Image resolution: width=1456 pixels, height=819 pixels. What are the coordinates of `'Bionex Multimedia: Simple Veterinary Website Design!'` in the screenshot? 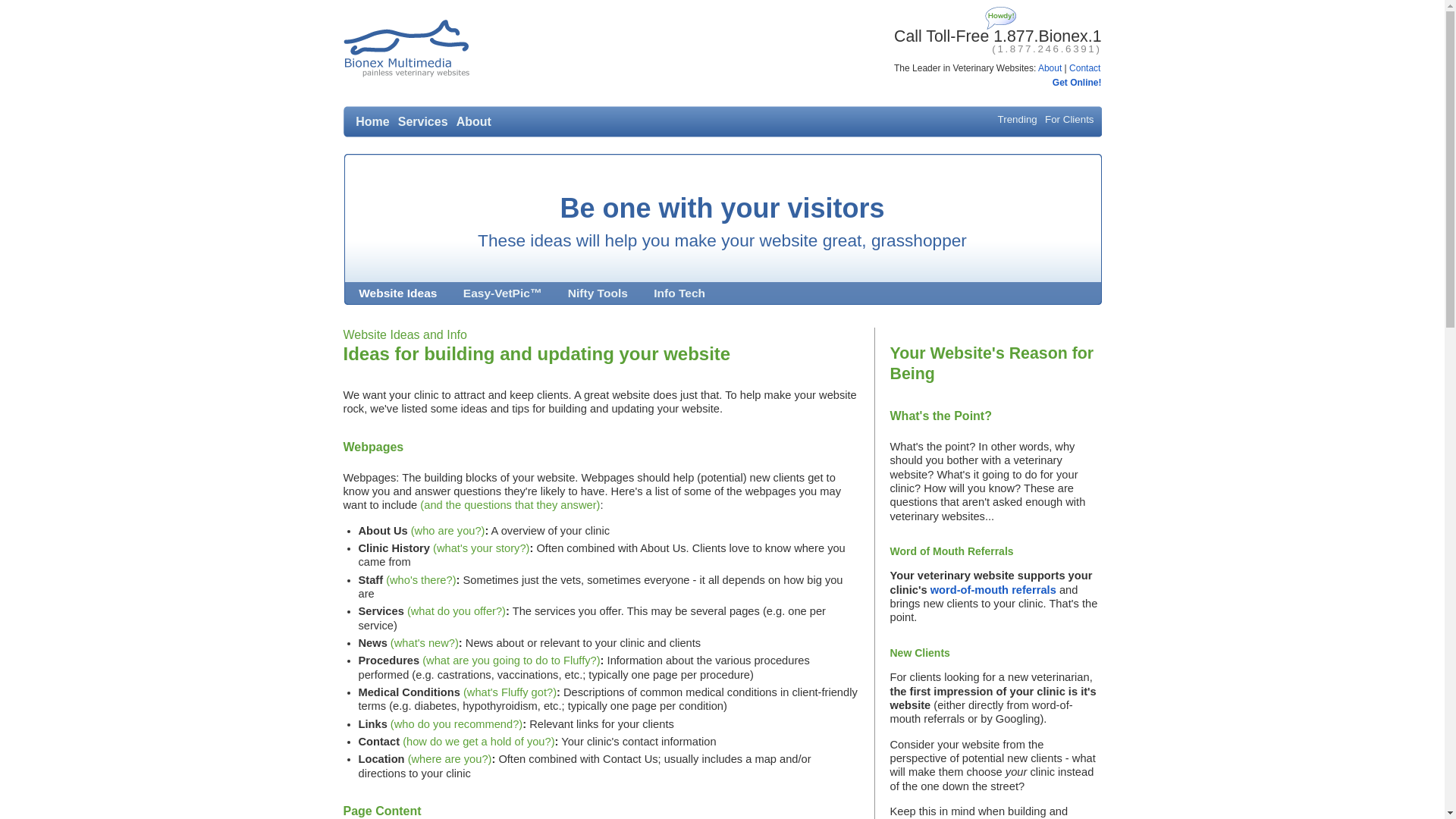 It's located at (406, 49).